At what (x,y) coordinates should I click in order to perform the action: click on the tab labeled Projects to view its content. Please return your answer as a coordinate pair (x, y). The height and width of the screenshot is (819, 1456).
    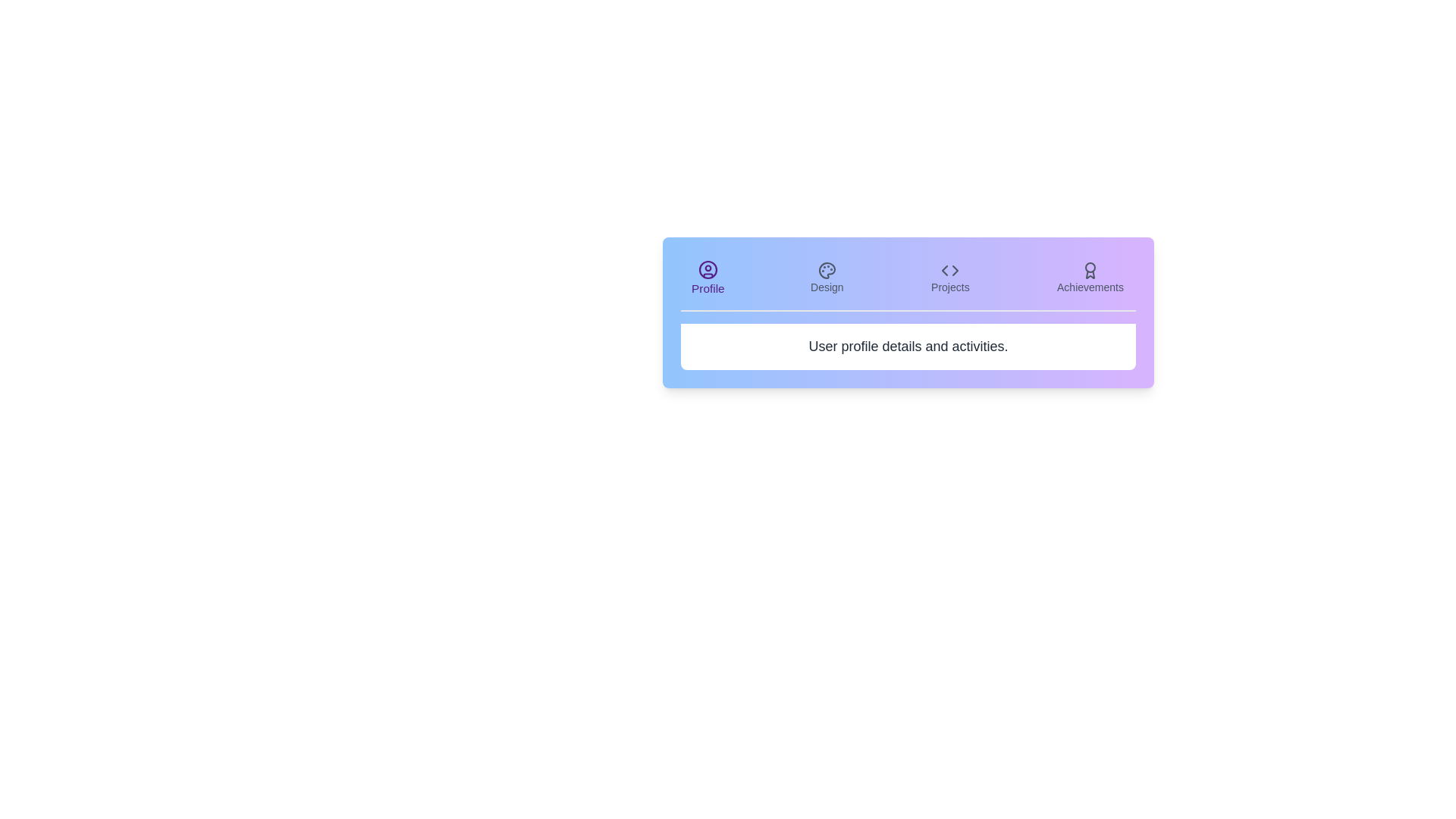
    Looking at the image, I should click on (949, 278).